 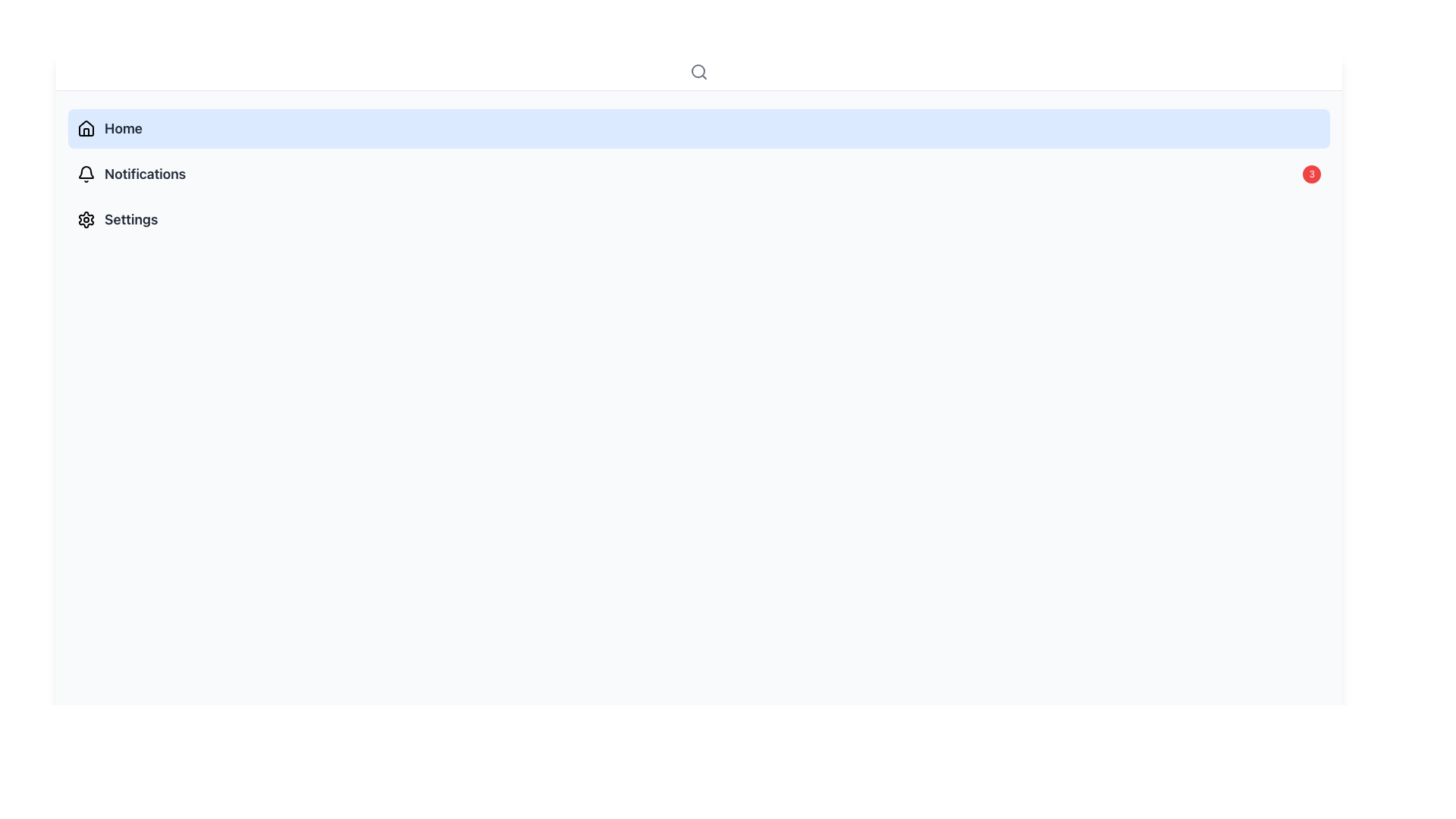 What do you see at coordinates (86, 219) in the screenshot?
I see `the settings icon resembling a cogwheel, which is the third item in the vertical navigation menu` at bounding box center [86, 219].